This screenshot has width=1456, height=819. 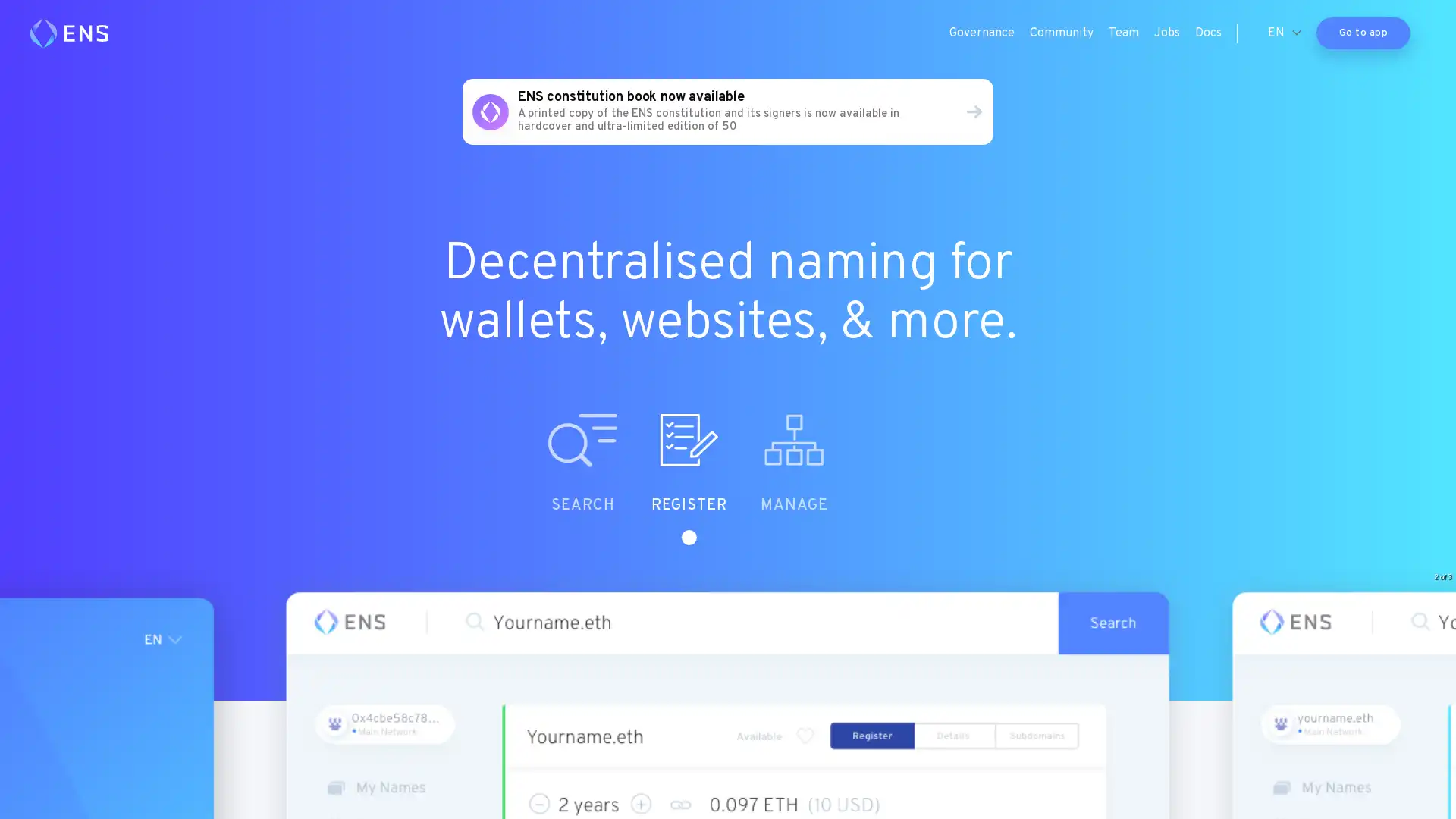 I want to click on slide item 2, so click(x=743, y=479).